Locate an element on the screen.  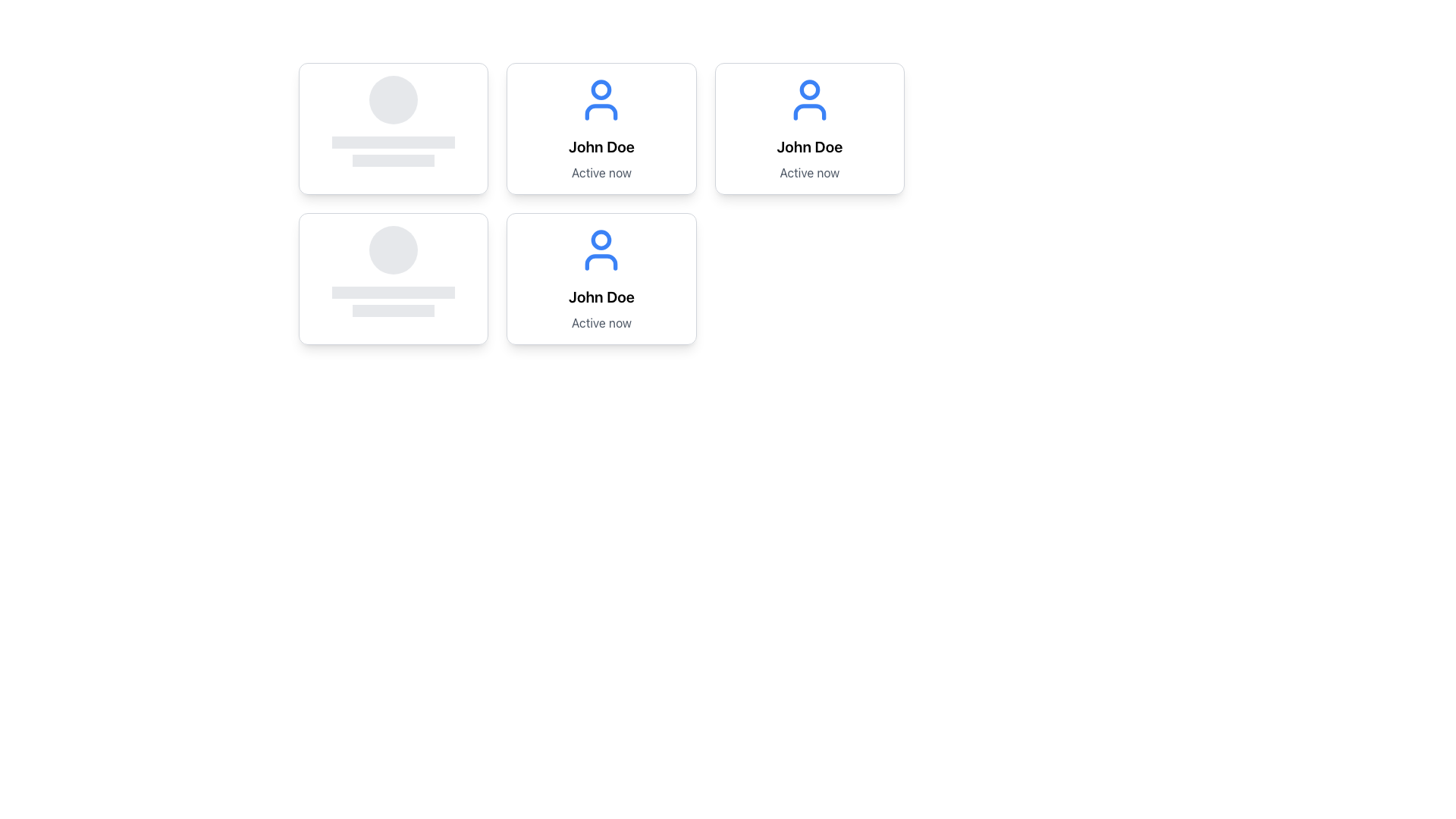
the static text label displaying 'Active now.' located below 'John Doe' in the card interface is located at coordinates (601, 322).